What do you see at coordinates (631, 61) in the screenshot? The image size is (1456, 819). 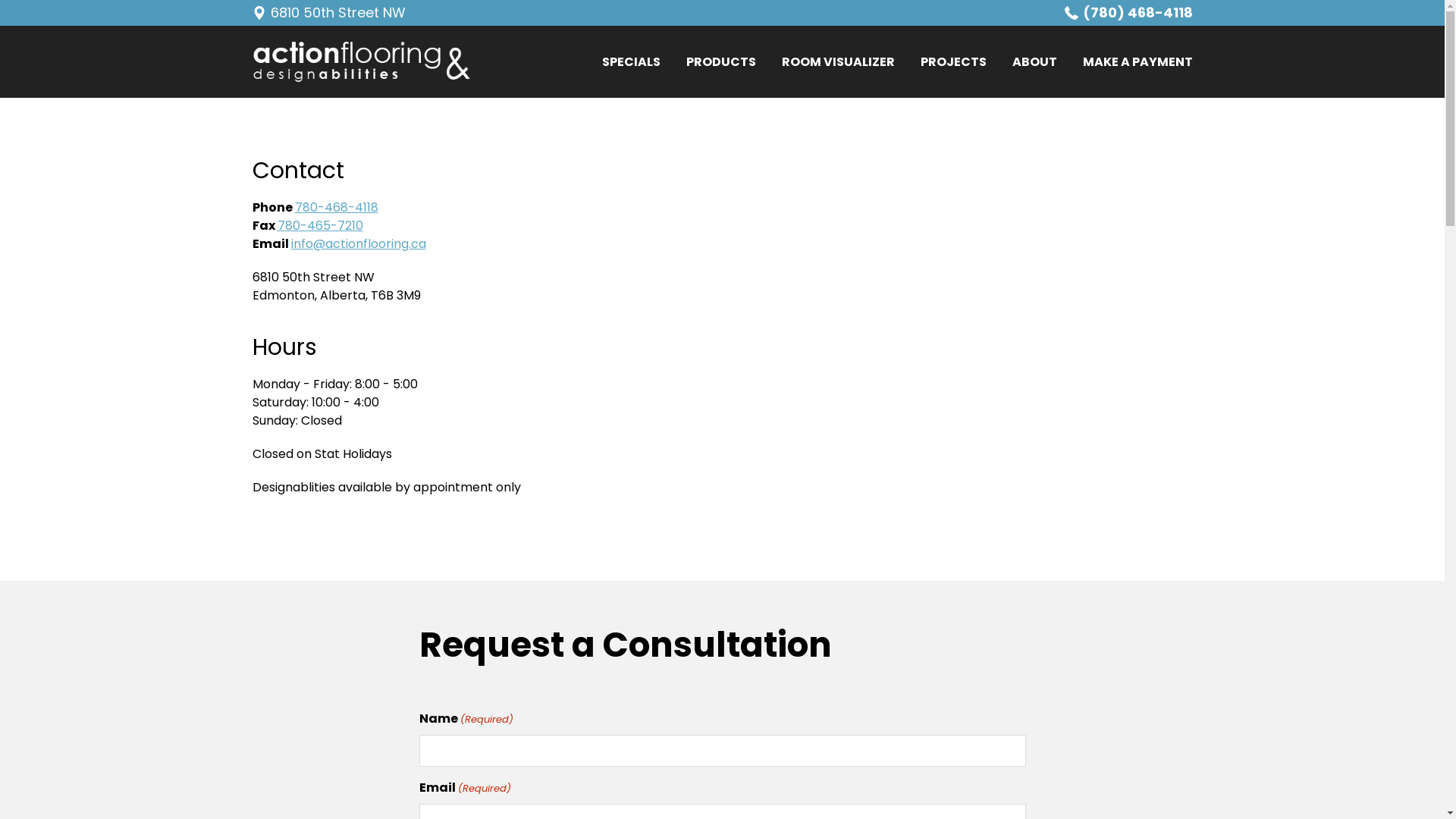 I see `'SPECIALS'` at bounding box center [631, 61].